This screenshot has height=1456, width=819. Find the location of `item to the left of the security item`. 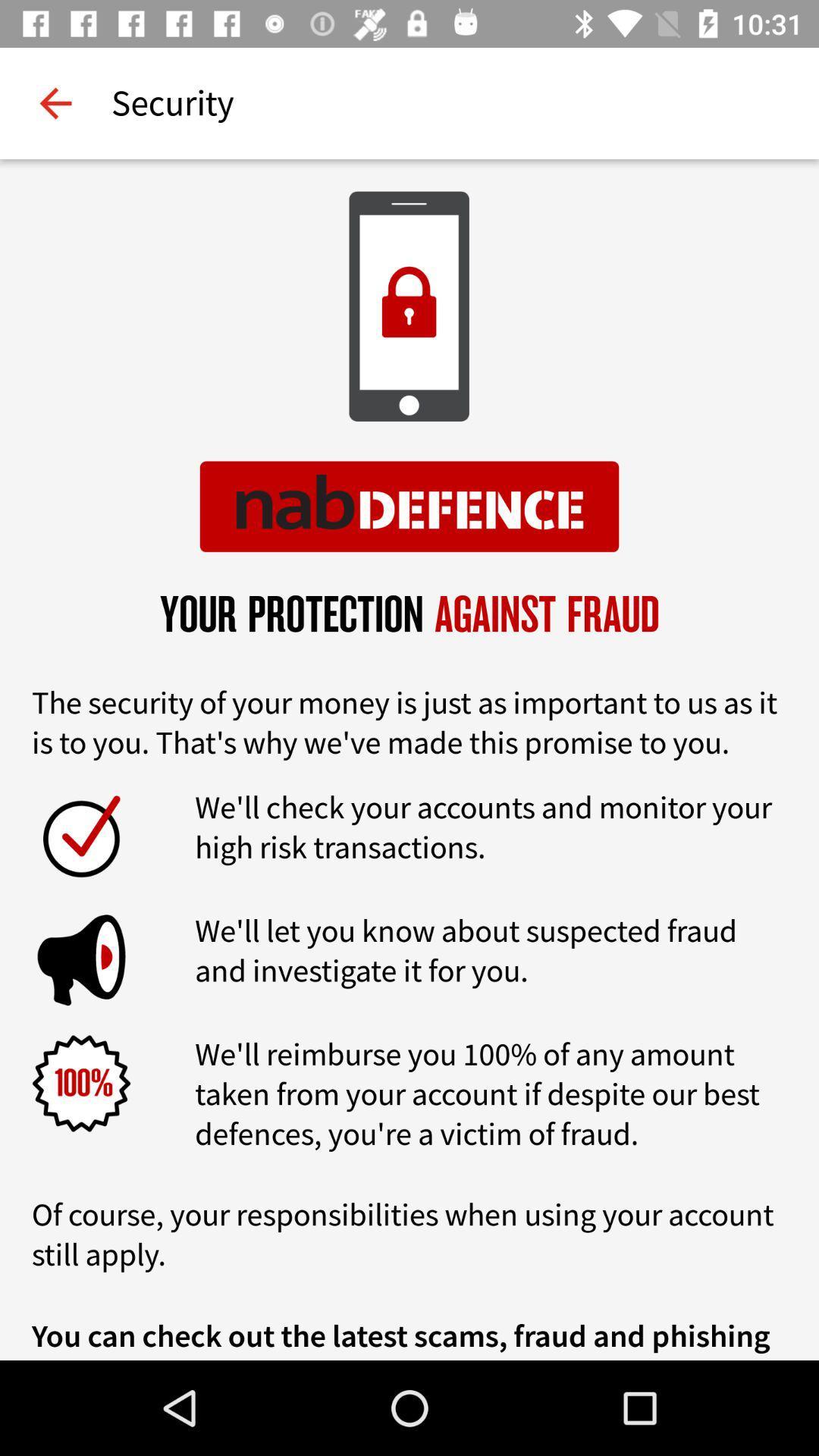

item to the left of the security item is located at coordinates (55, 102).